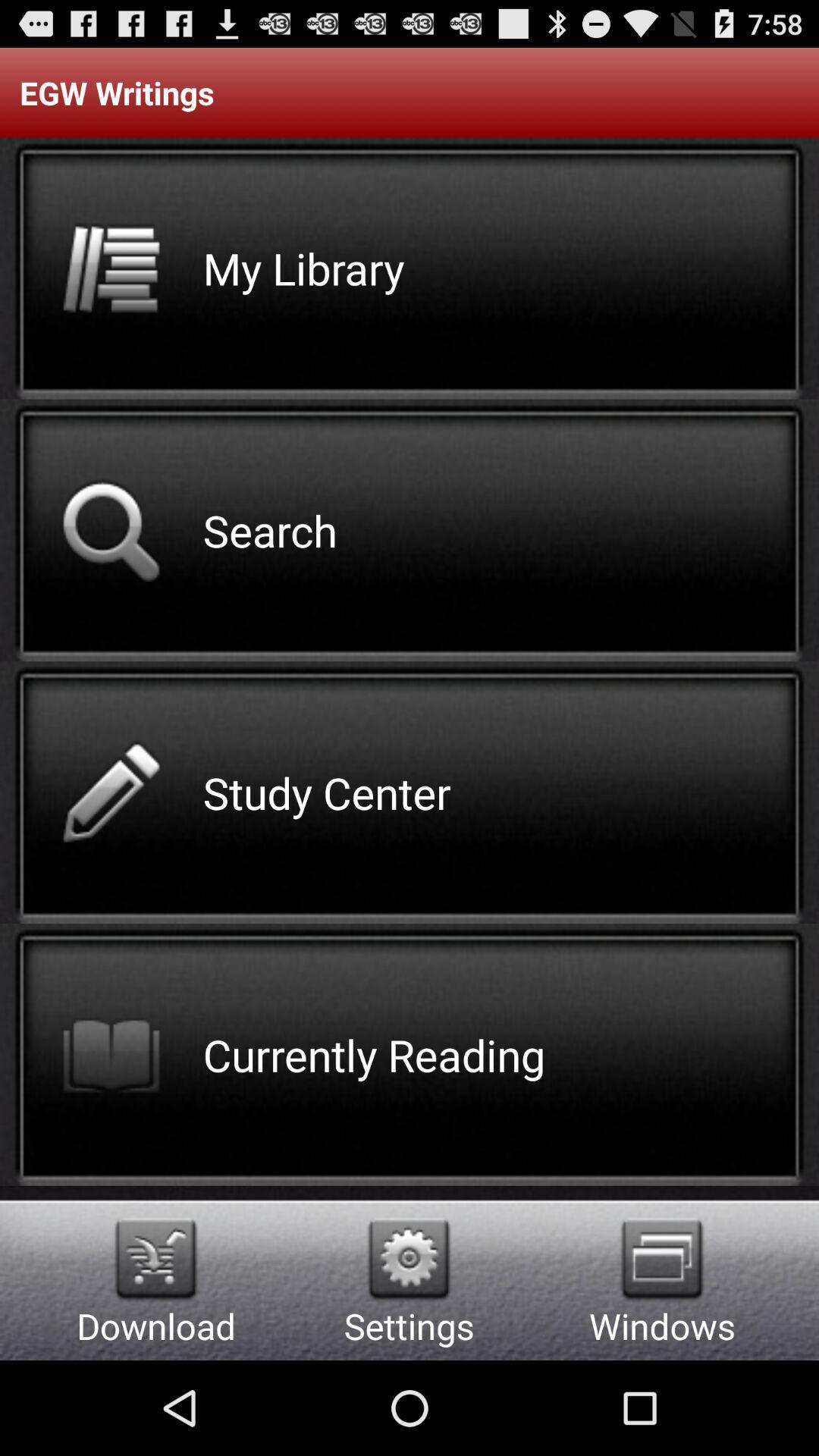  Describe the element at coordinates (408, 1259) in the screenshot. I see `app to the right of the download item` at that location.